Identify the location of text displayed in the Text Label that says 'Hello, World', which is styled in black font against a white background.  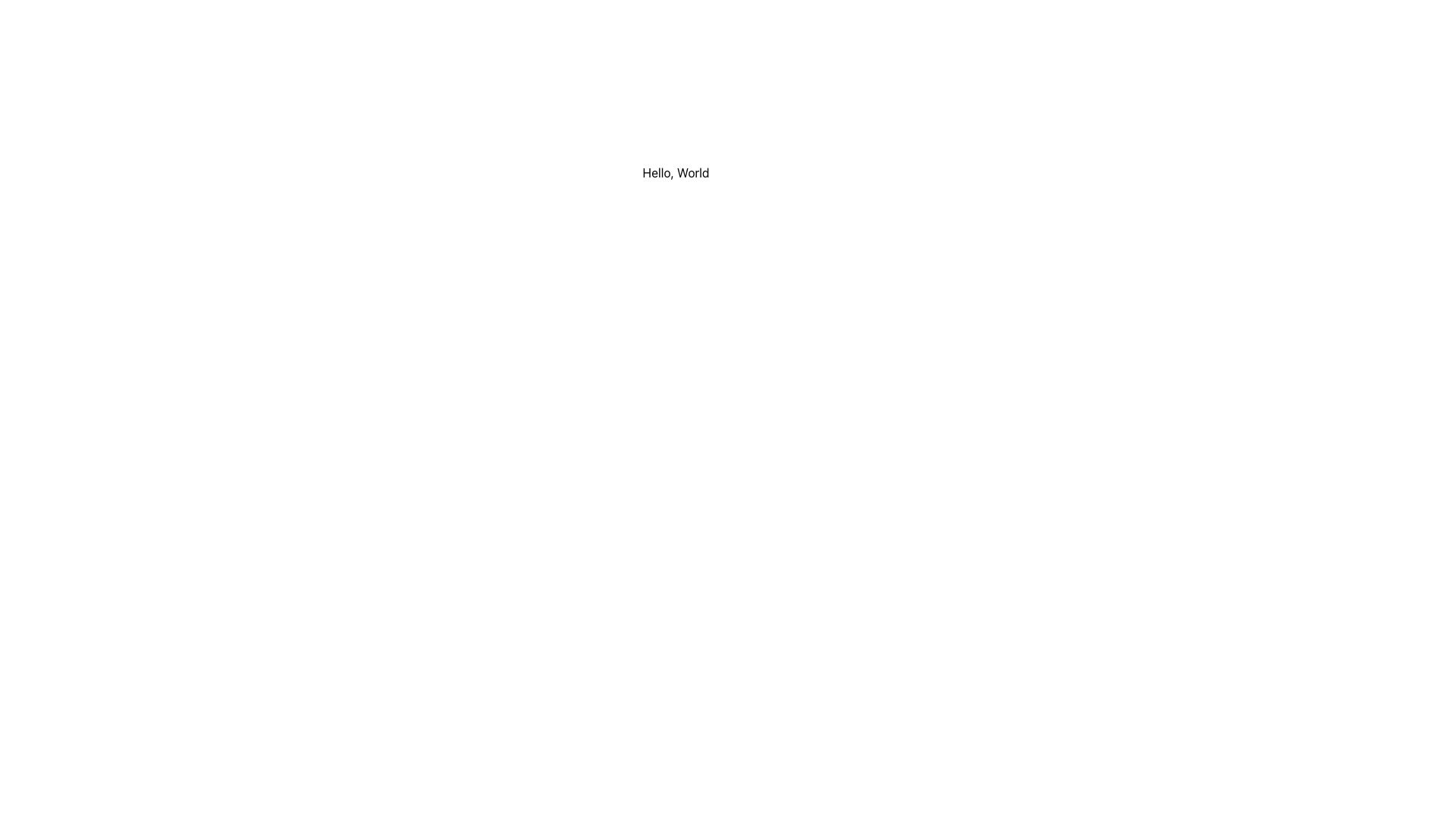
(675, 171).